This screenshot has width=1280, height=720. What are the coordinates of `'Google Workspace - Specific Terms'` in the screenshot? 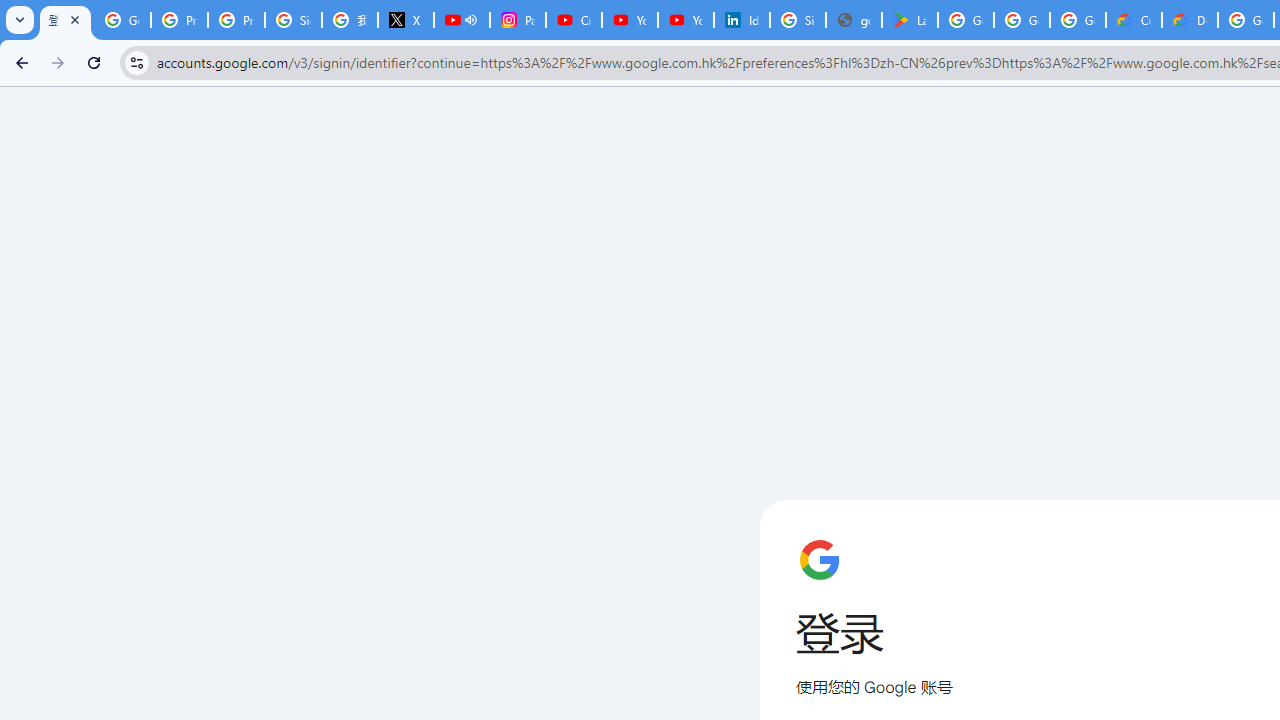 It's located at (1076, 20).